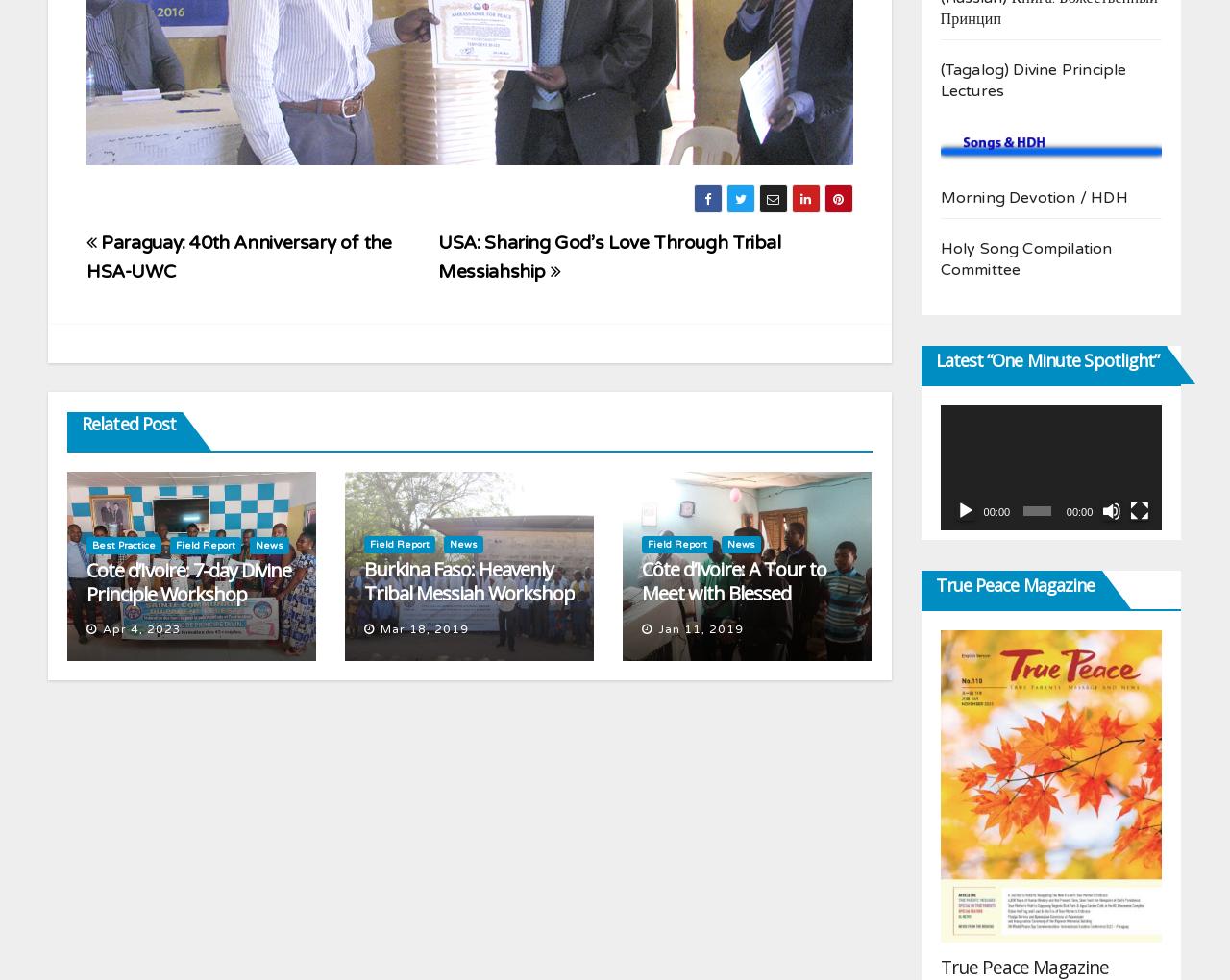 The image size is (1230, 980). What do you see at coordinates (733, 591) in the screenshot?
I see `'Côte d’Ivoire: A Tour to Meet with Blessed Families'` at bounding box center [733, 591].